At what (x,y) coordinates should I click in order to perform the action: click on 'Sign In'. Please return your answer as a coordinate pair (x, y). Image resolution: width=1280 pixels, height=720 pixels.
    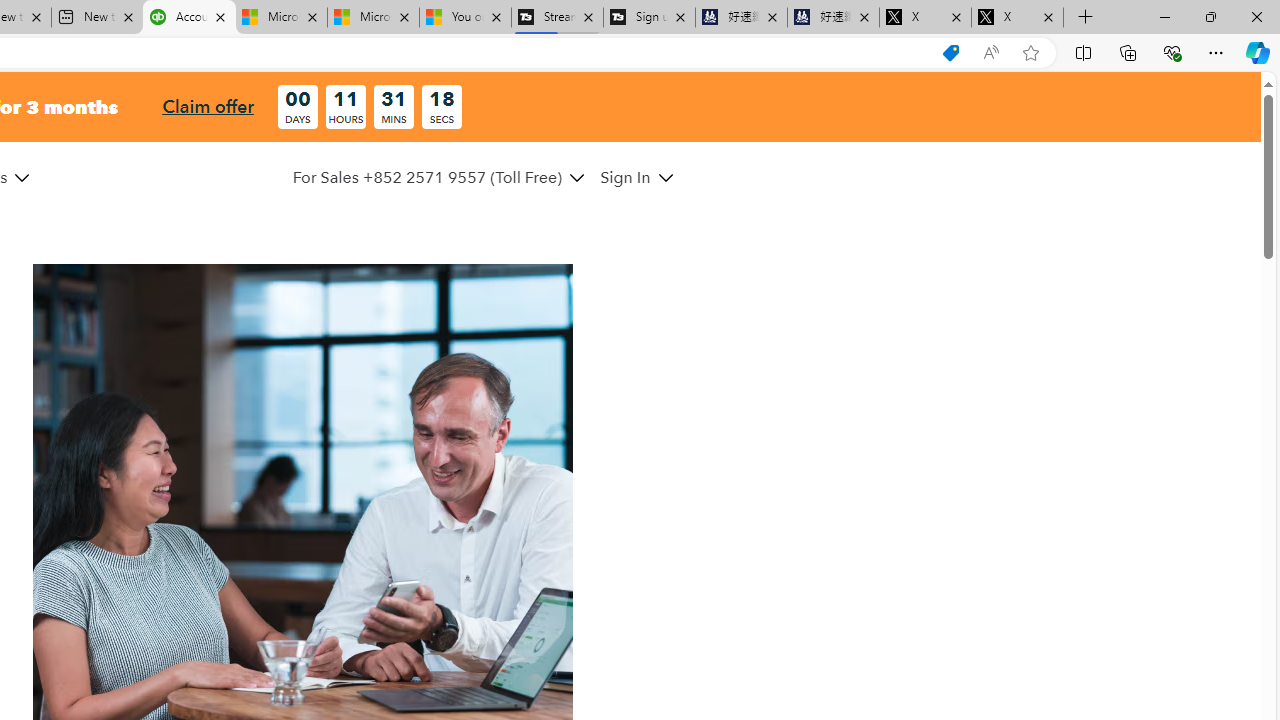
    Looking at the image, I should click on (635, 176).